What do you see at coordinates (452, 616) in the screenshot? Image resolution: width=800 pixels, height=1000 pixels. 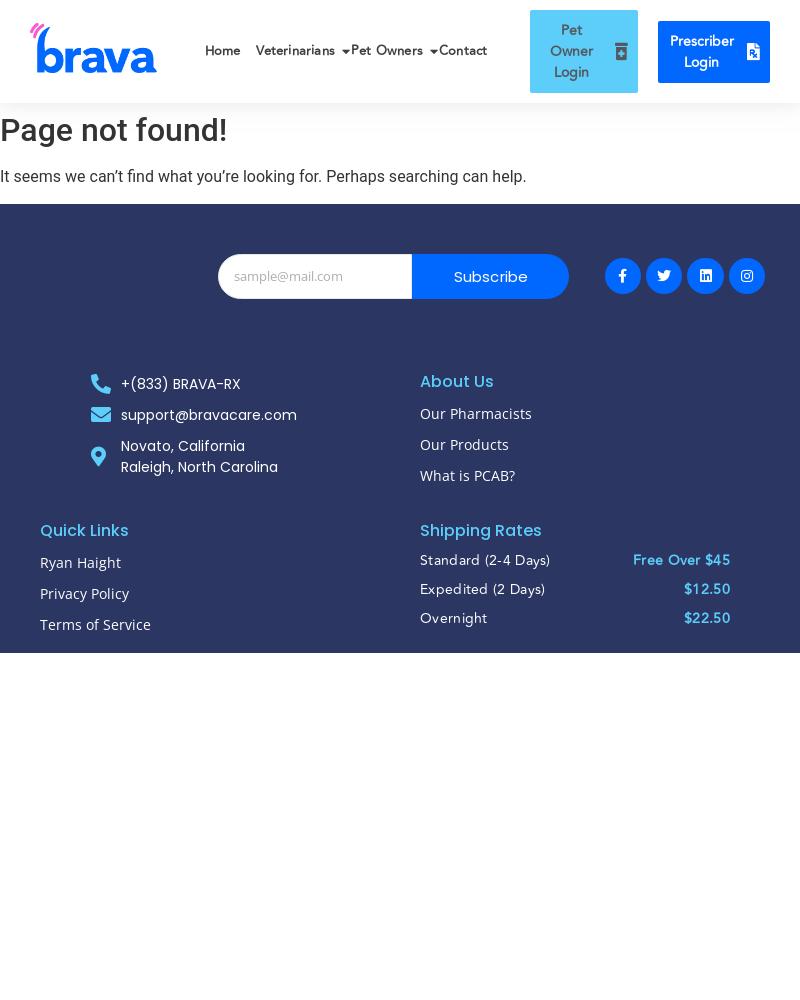 I see `'Overnight'` at bounding box center [452, 616].